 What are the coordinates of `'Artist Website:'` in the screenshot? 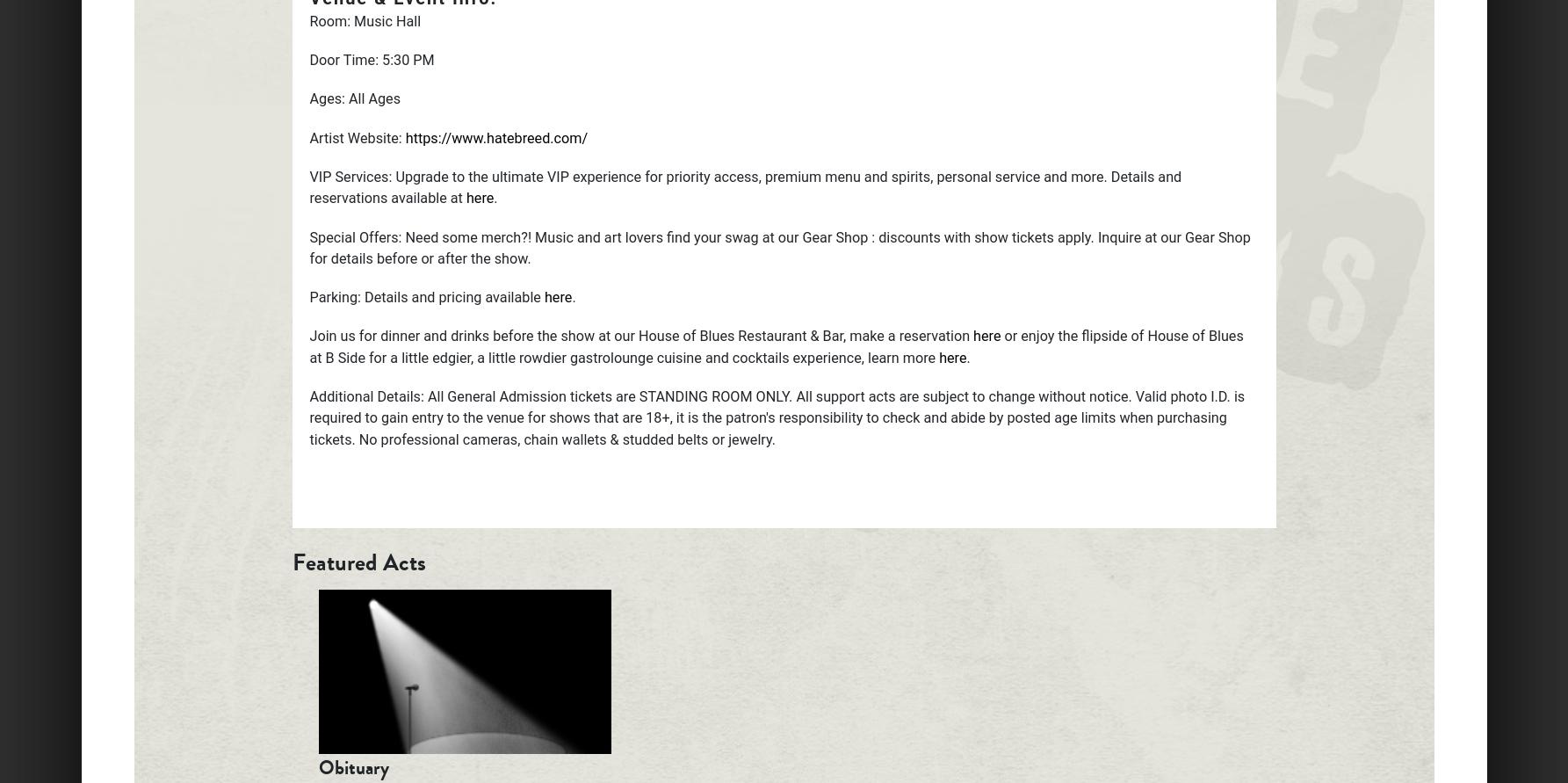 It's located at (356, 136).